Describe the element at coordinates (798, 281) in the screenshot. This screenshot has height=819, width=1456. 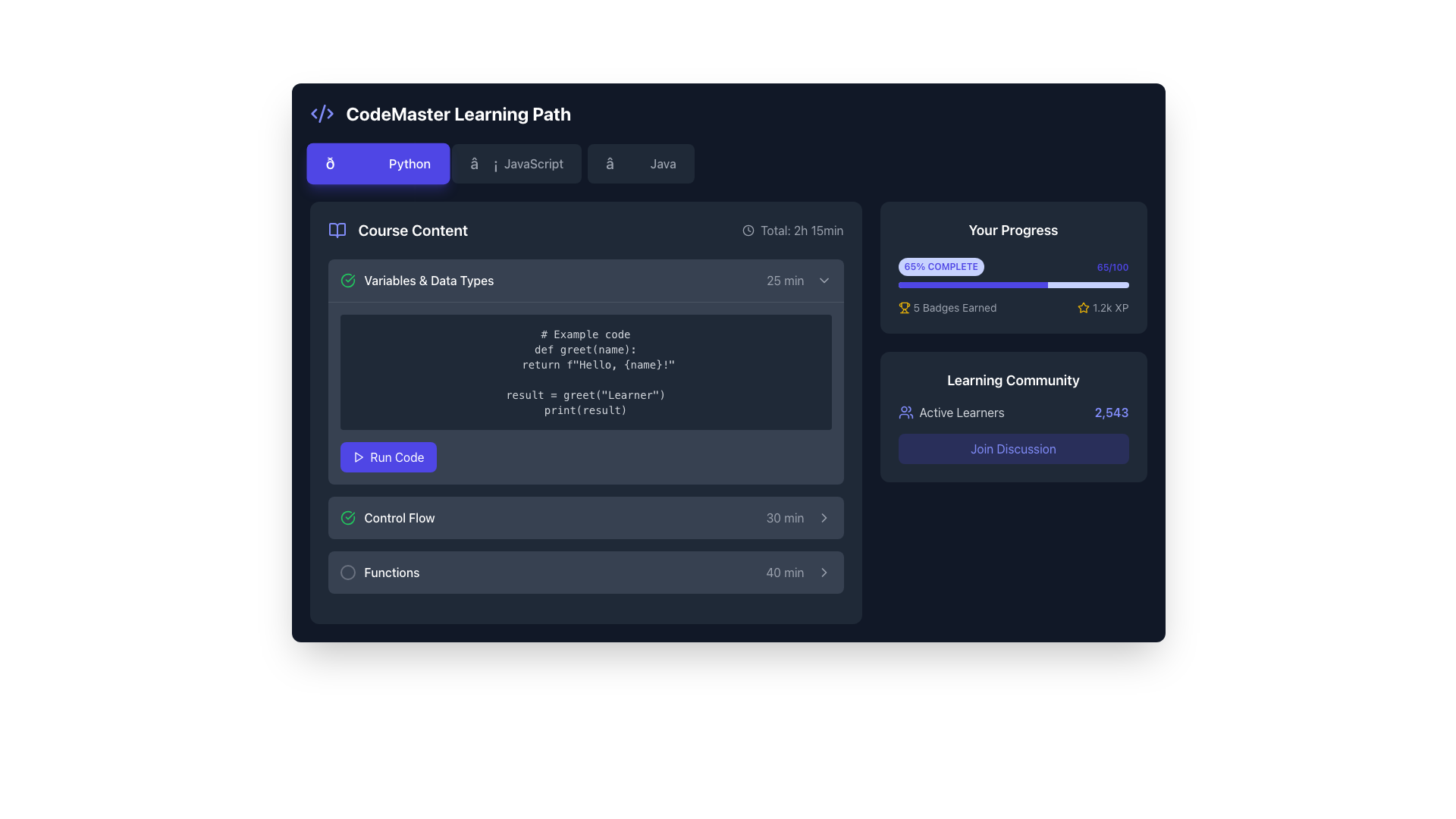
I see `the downward-facing chevron icon next to the '25 min' text` at that location.